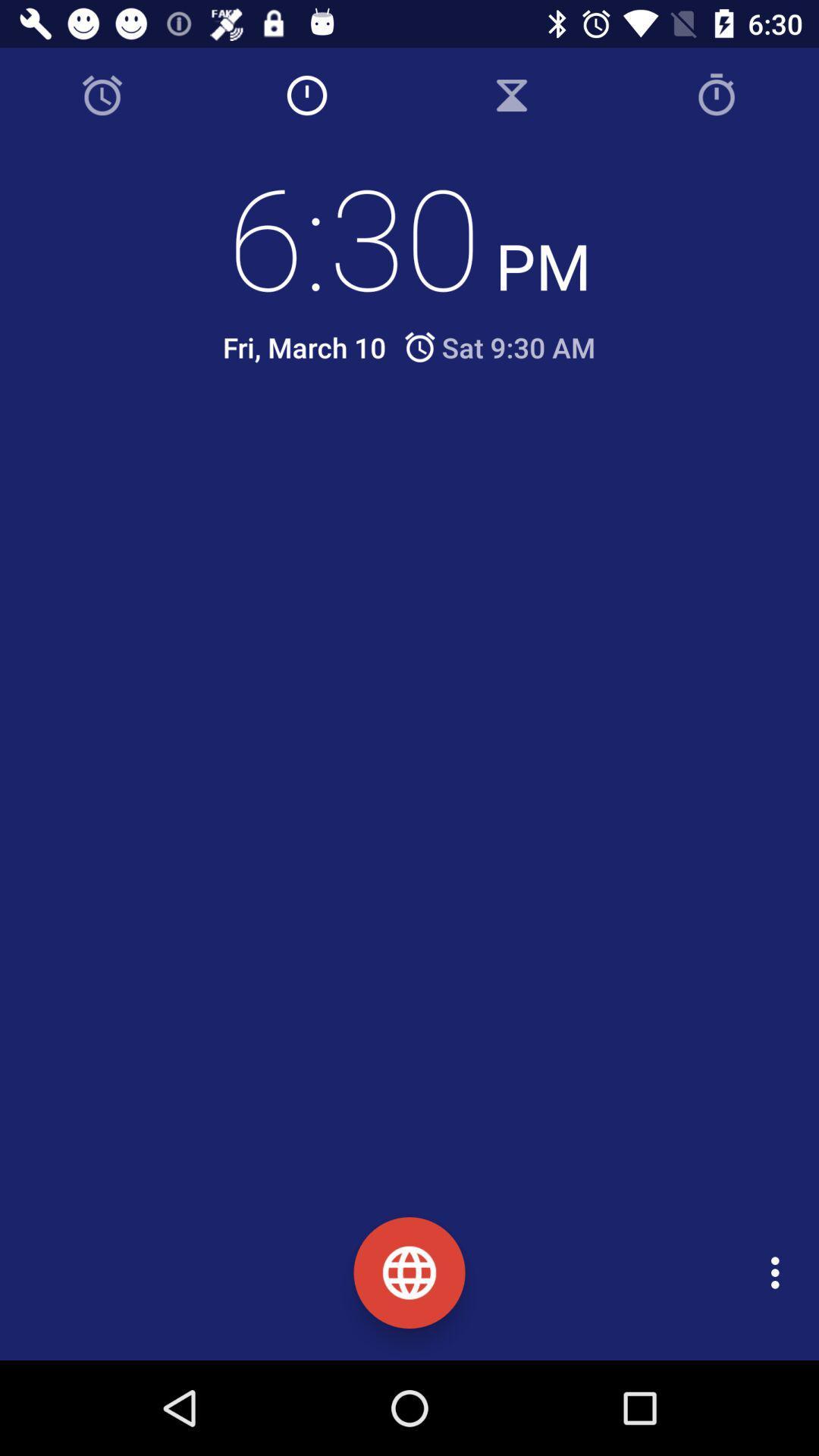 The image size is (819, 1456). What do you see at coordinates (779, 1272) in the screenshot?
I see `the more icon` at bounding box center [779, 1272].